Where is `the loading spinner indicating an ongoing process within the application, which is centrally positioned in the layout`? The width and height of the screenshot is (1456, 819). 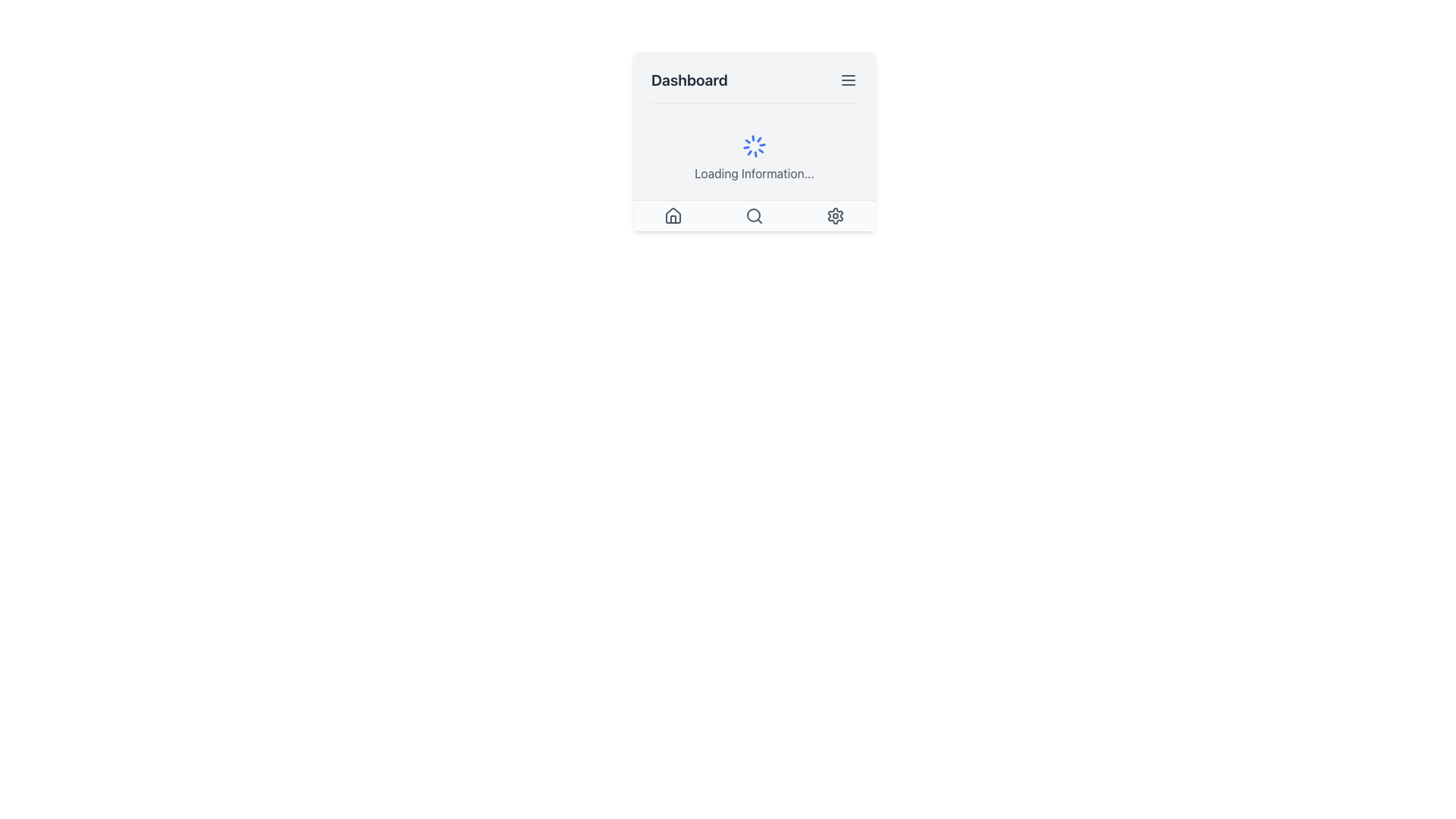
the loading spinner indicating an ongoing process within the application, which is centrally positioned in the layout is located at coordinates (754, 146).